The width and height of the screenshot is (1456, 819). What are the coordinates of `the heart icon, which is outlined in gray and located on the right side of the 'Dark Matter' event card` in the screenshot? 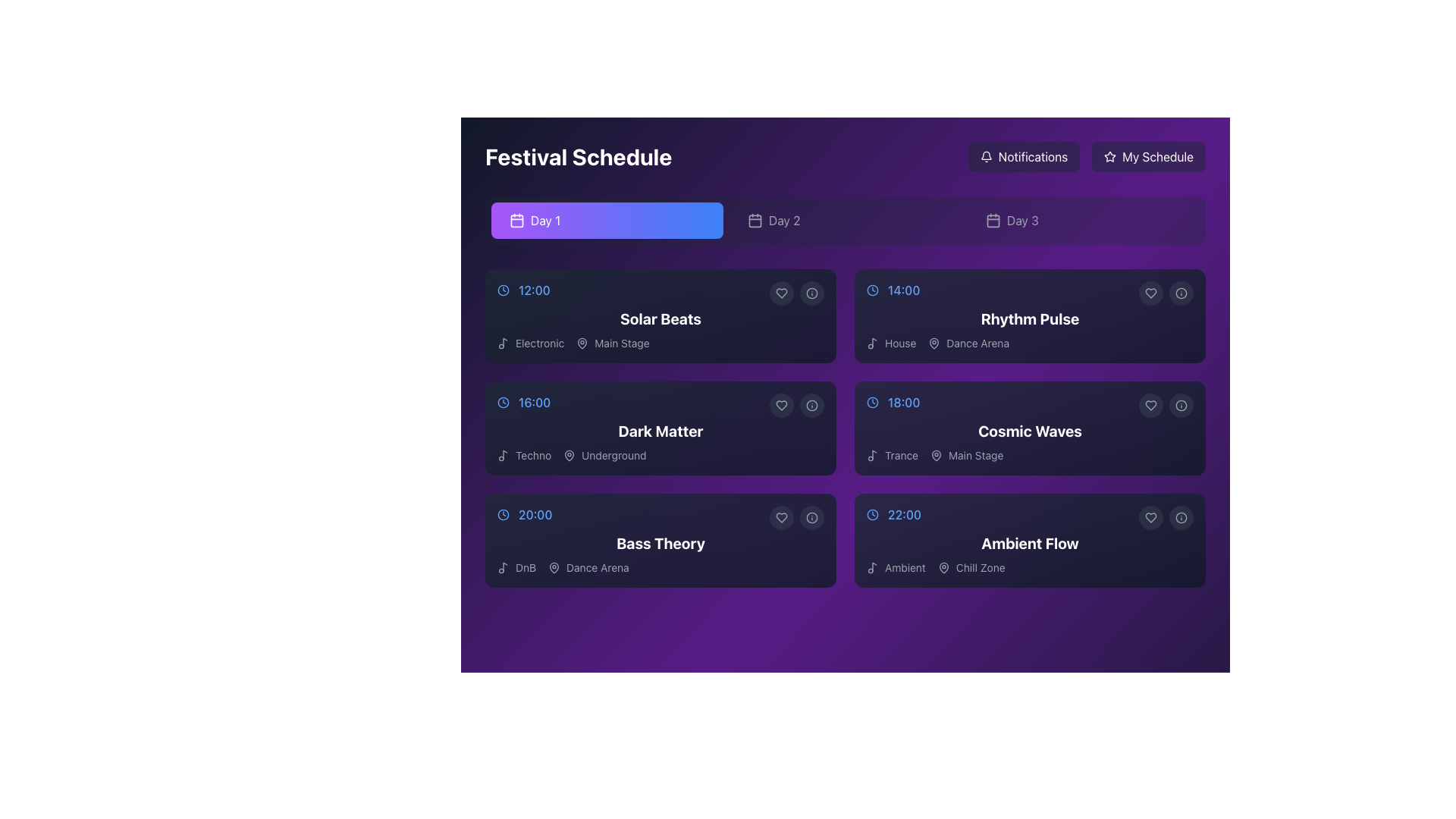 It's located at (782, 405).